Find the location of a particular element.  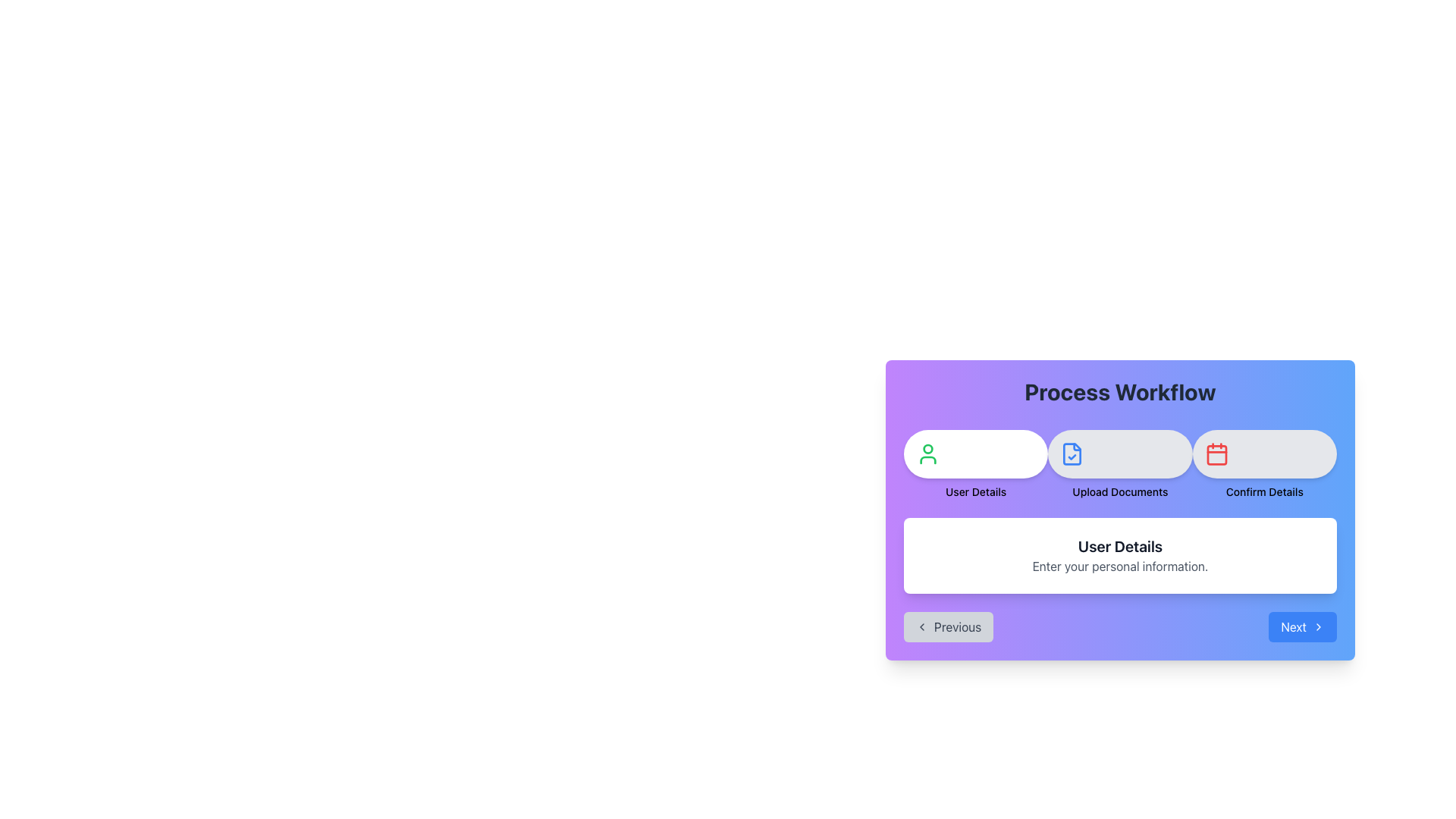

the 'Next' button icon located in the lower-right corner of the interface is located at coordinates (1317, 626).